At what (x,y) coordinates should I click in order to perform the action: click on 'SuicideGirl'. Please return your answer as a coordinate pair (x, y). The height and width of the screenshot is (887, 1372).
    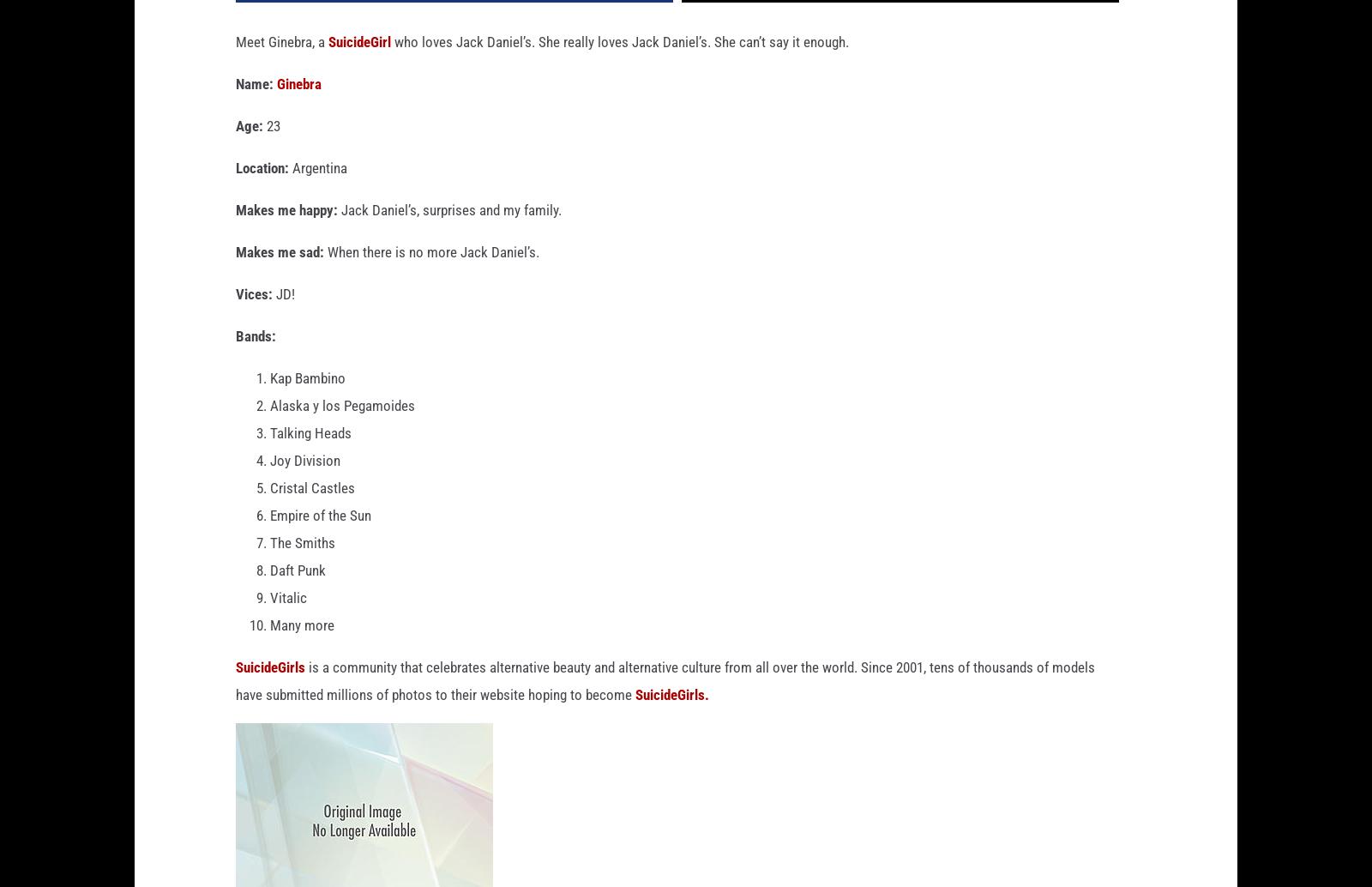
    Looking at the image, I should click on (328, 69).